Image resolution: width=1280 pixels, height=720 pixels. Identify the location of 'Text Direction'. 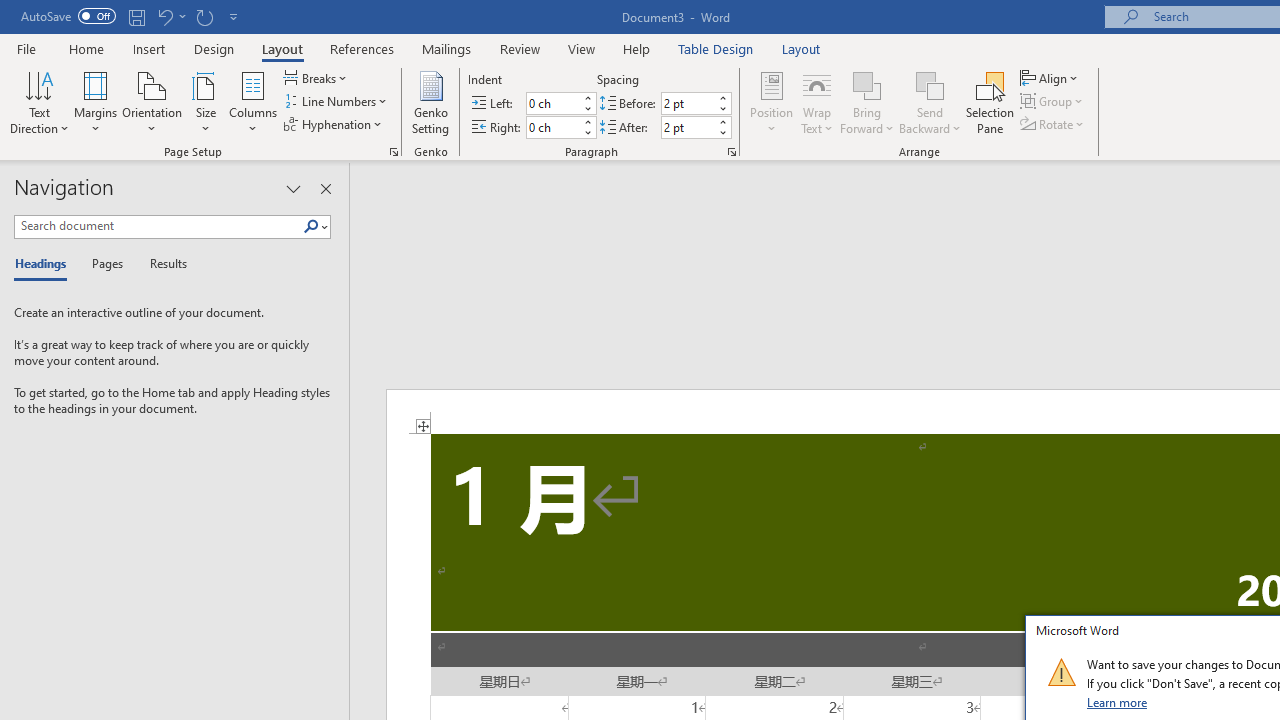
(39, 103).